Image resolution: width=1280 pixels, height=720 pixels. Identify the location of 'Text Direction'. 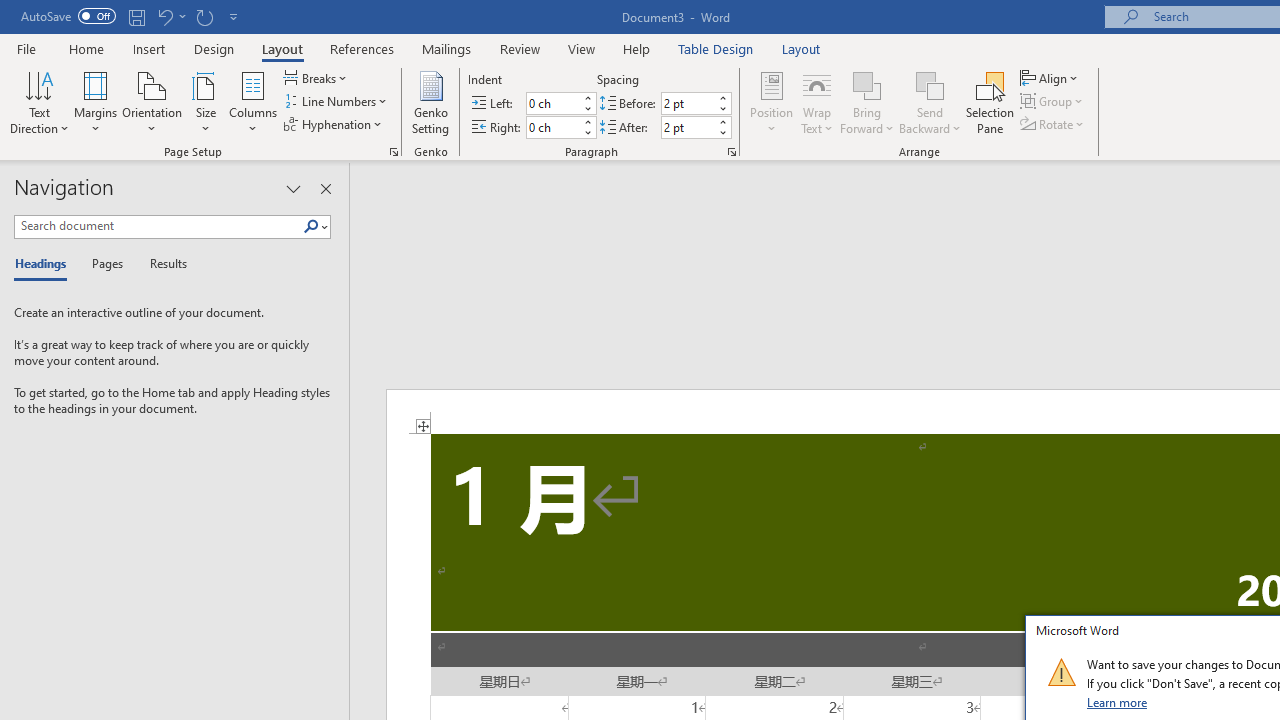
(39, 103).